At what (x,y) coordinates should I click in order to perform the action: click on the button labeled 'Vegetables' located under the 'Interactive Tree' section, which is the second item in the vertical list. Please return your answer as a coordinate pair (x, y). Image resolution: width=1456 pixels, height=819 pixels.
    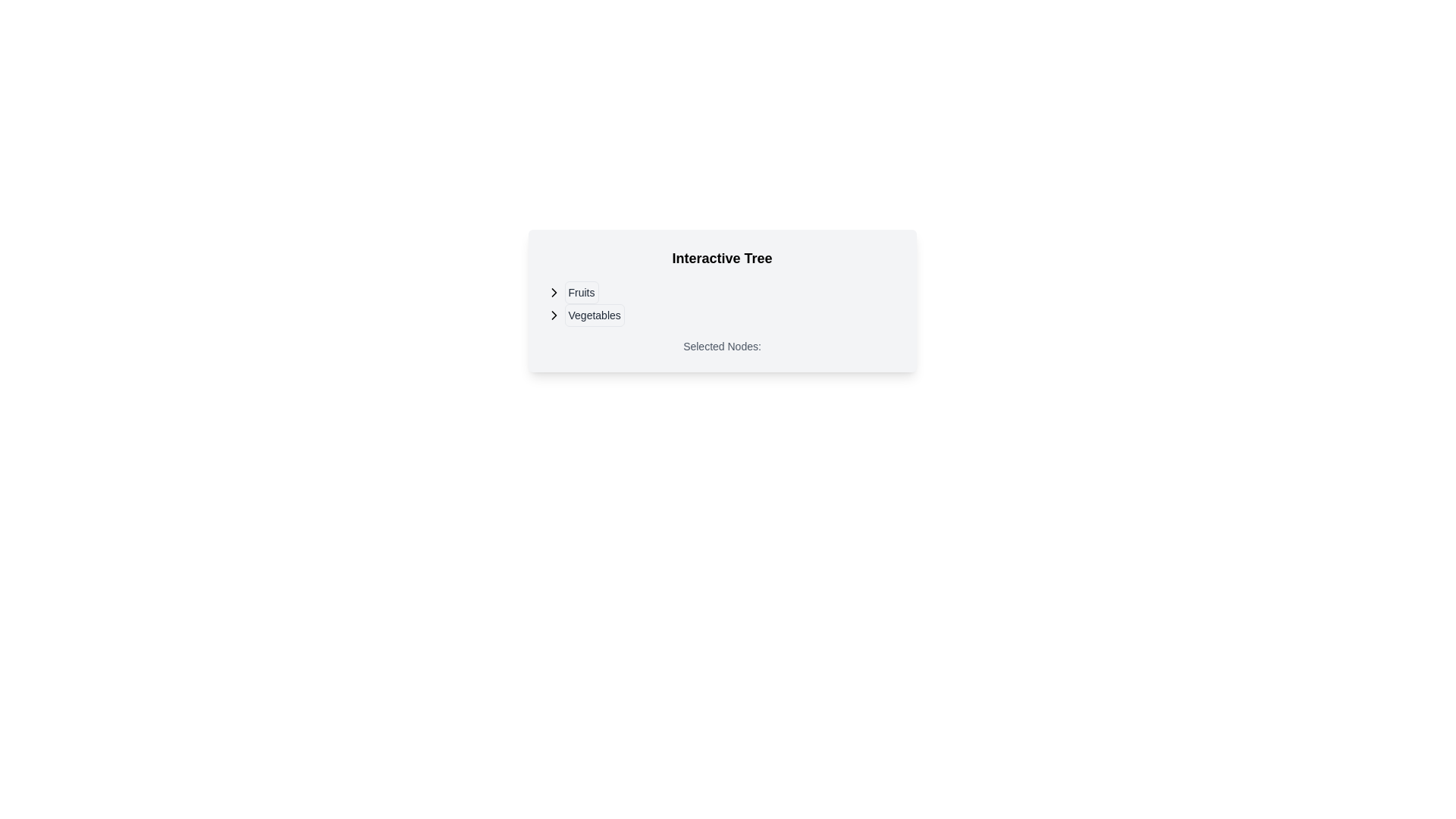
    Looking at the image, I should click on (593, 315).